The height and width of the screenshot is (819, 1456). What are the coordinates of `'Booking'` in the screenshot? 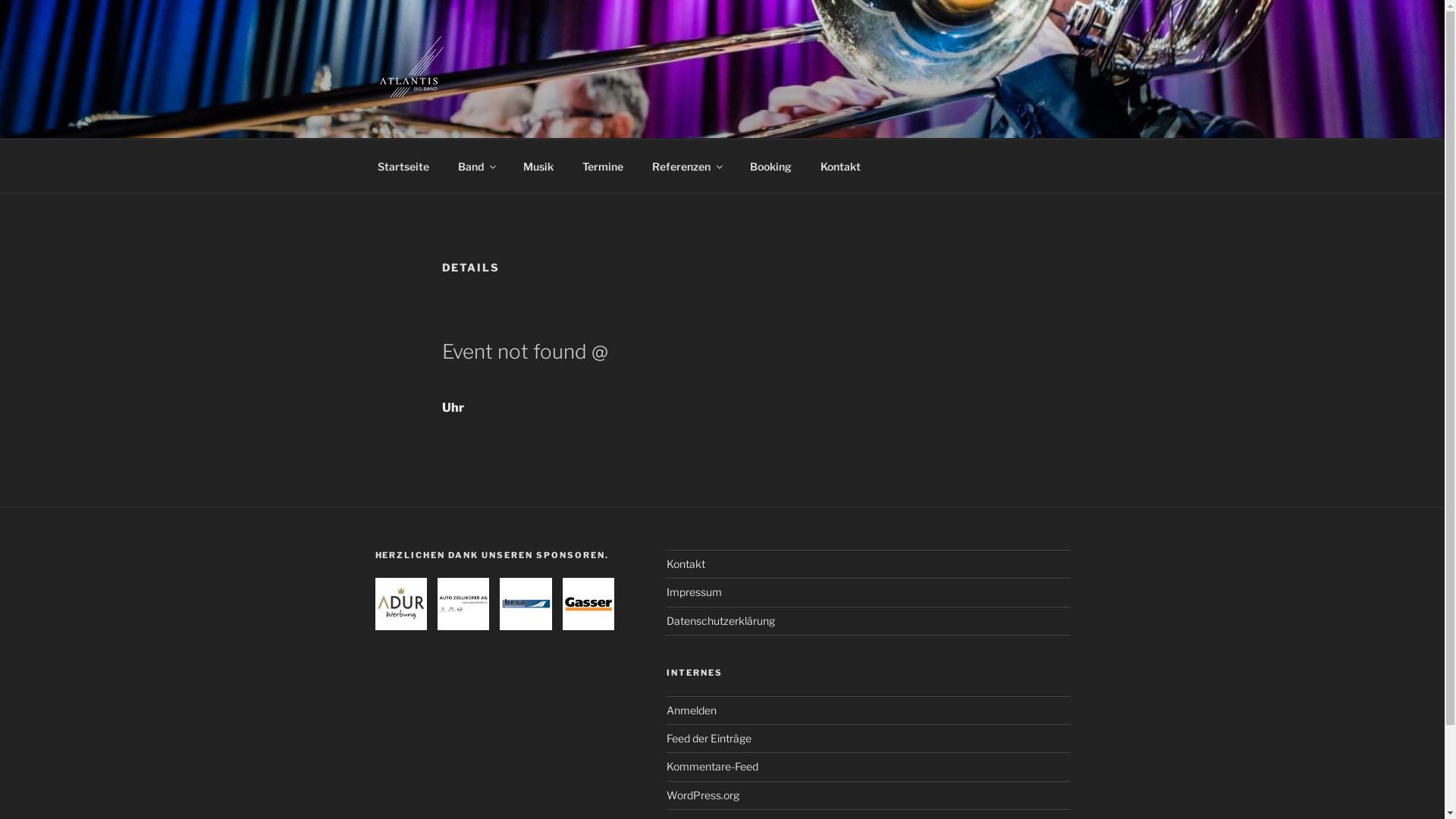 It's located at (771, 165).